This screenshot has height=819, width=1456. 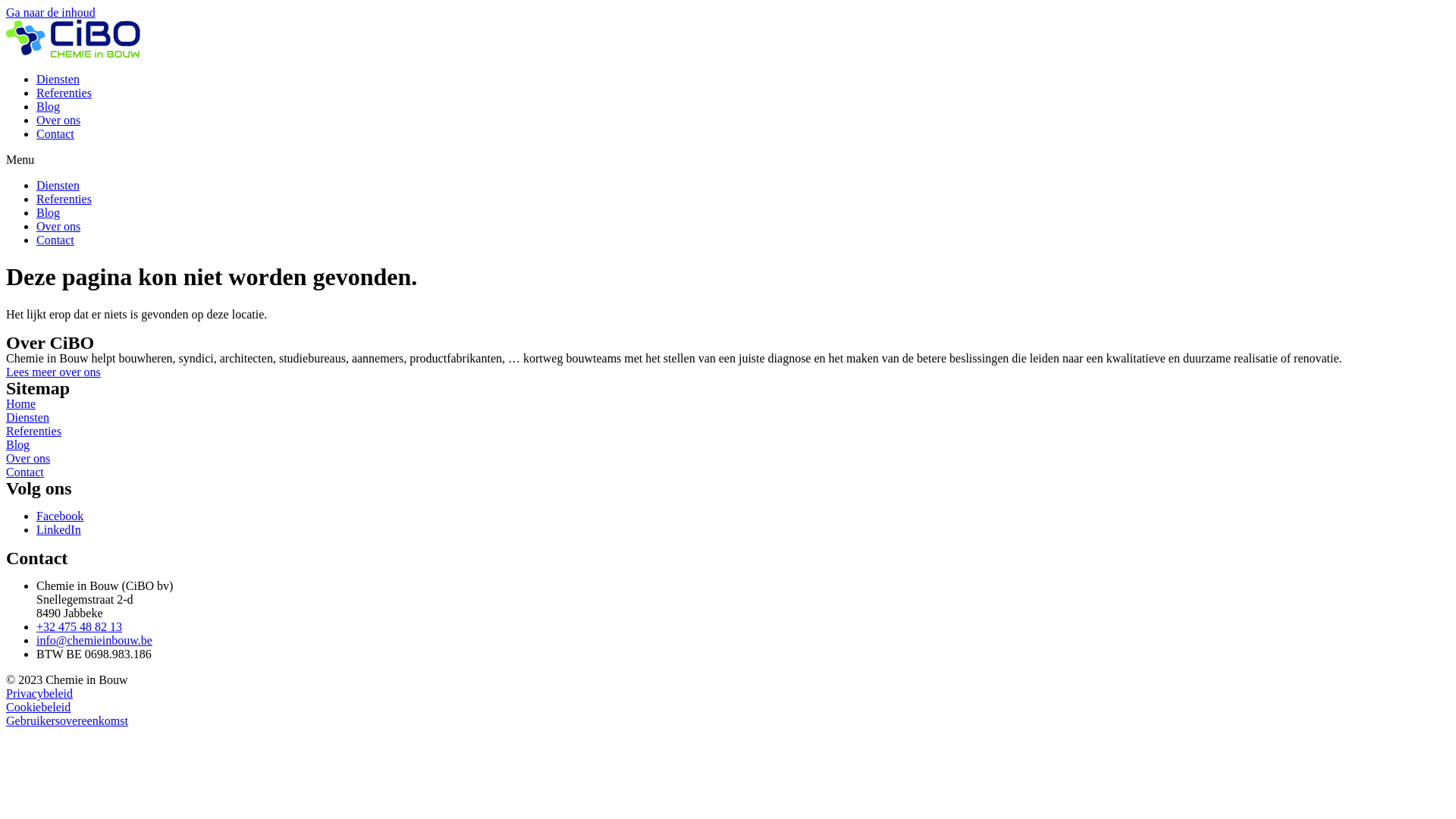 I want to click on 'Over ons', so click(x=58, y=226).